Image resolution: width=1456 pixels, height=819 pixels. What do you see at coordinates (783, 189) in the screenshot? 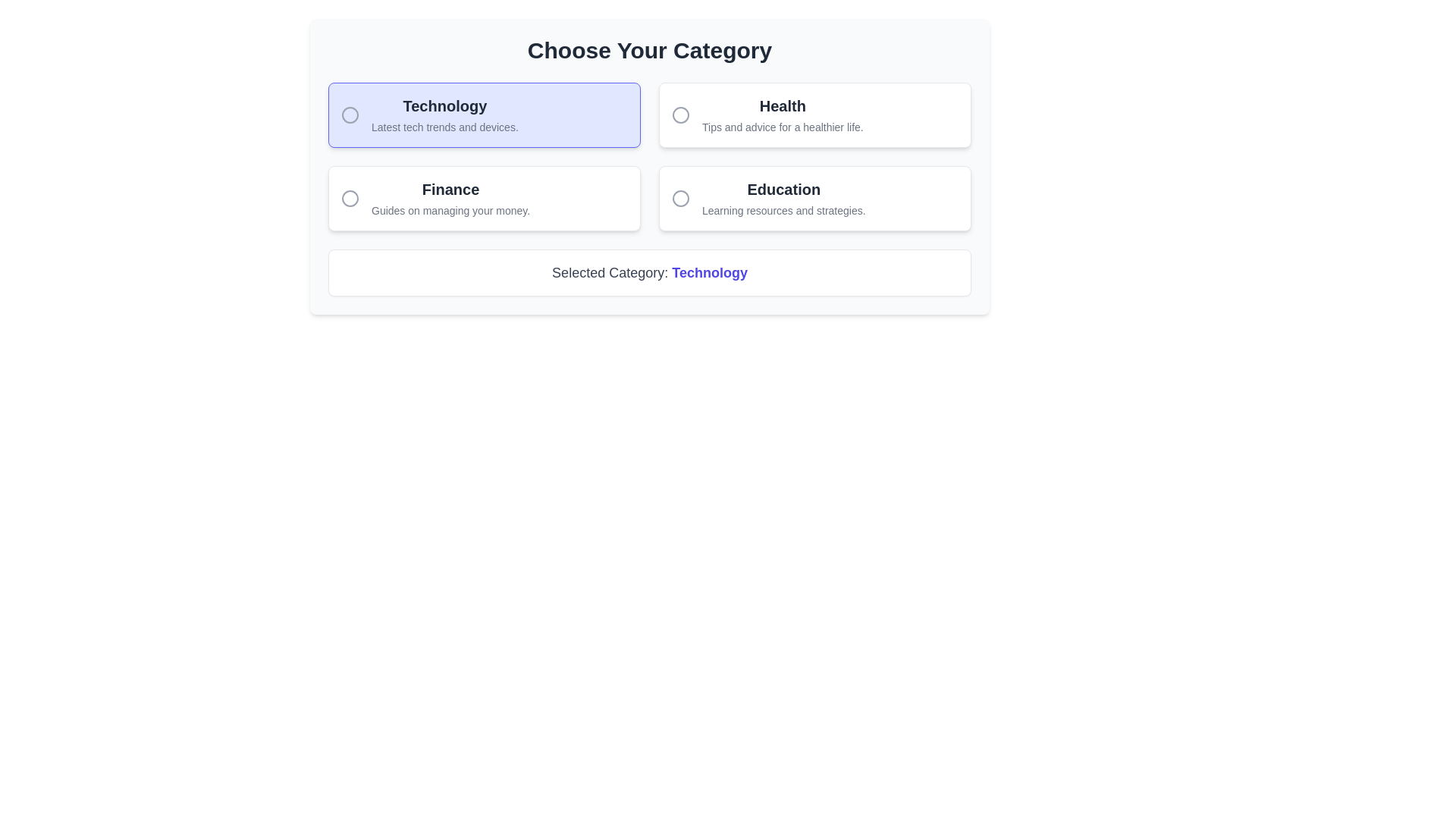
I see `the 'Education' text label, which serves as the title for a selectable category option in the bottom-right quadrant of the interface` at bounding box center [783, 189].